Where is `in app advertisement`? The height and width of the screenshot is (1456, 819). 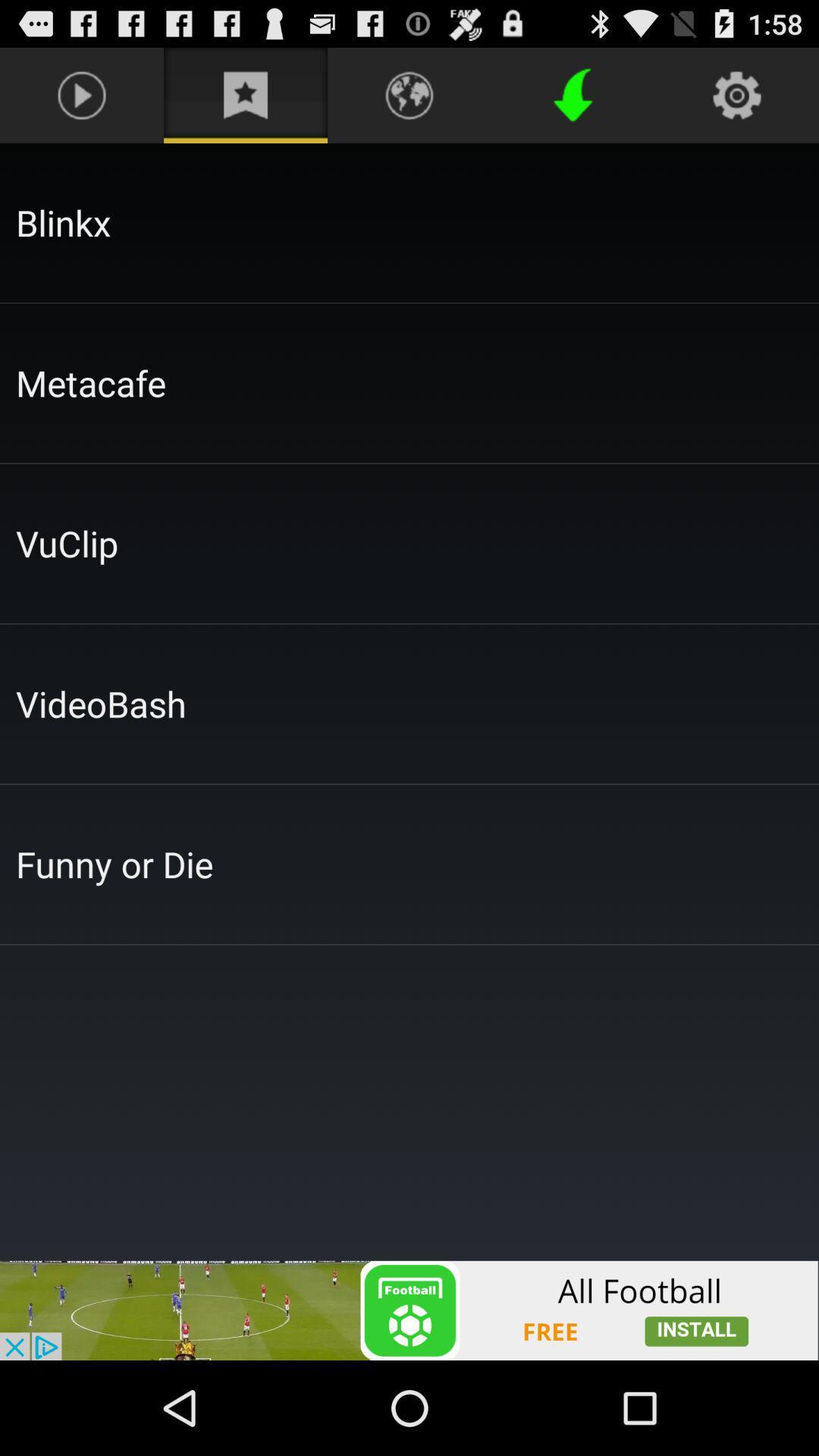 in app advertisement is located at coordinates (409, 1310).